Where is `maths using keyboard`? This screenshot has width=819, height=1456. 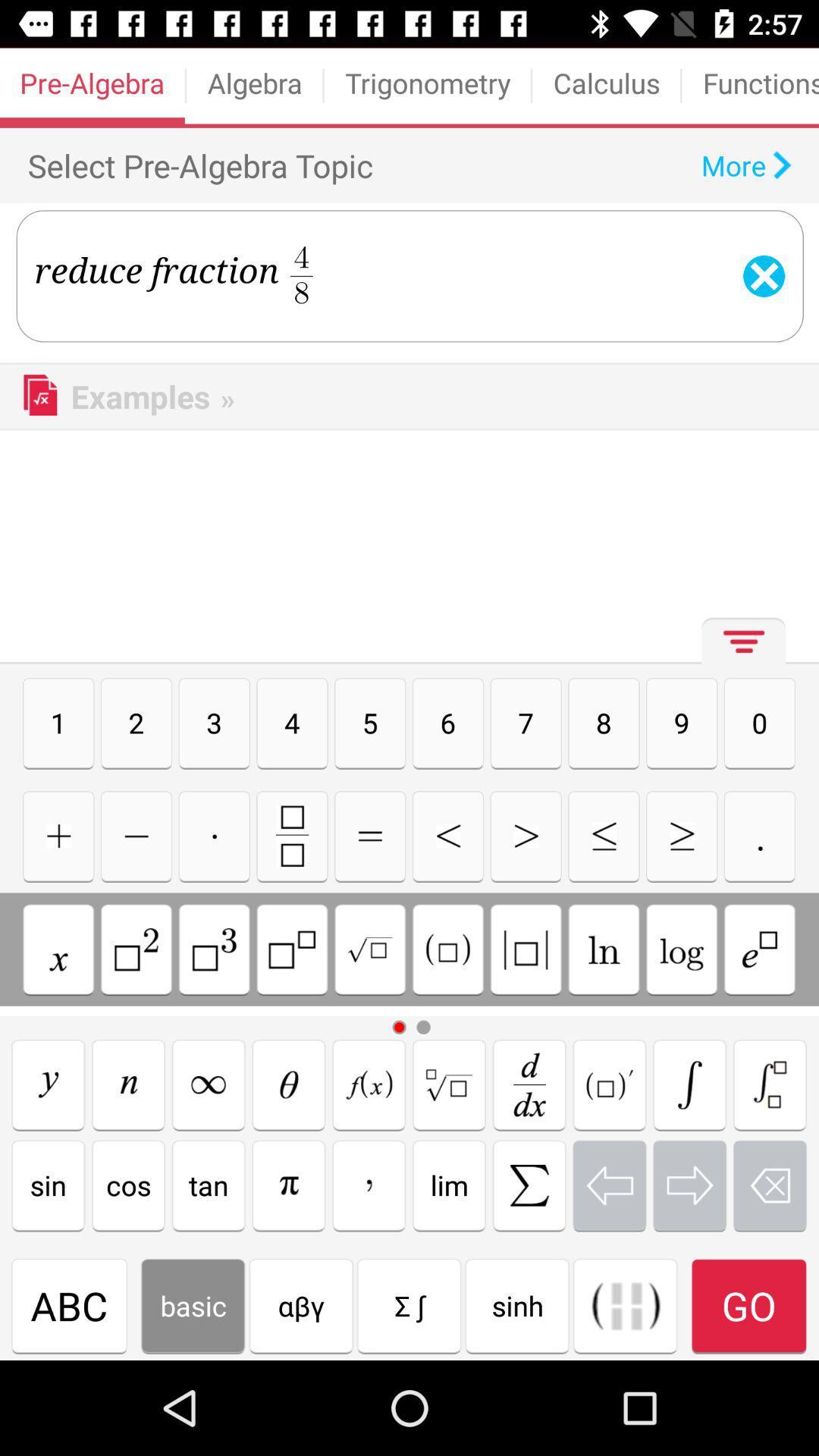
maths using keyboard is located at coordinates (681, 949).